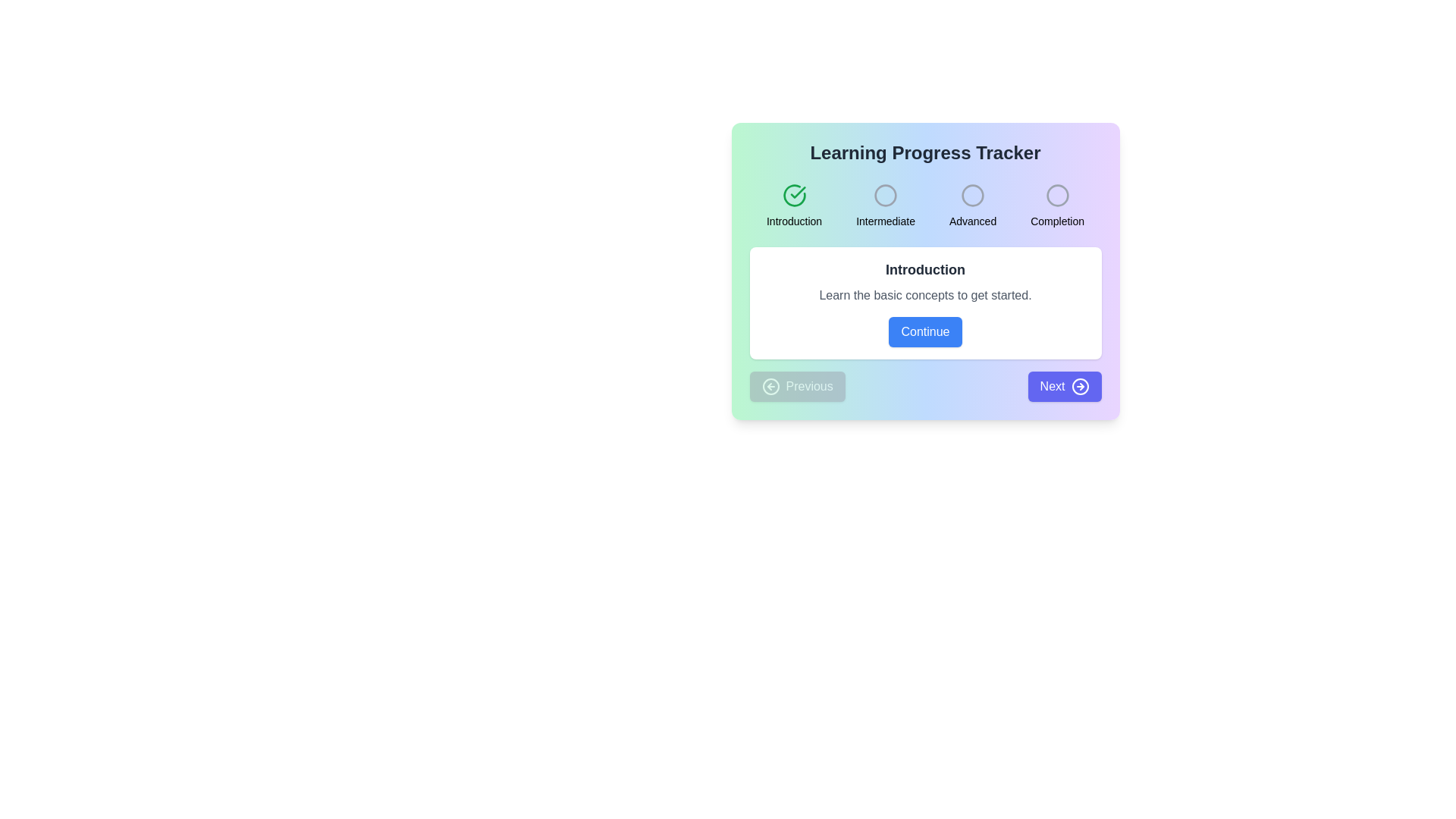 The width and height of the screenshot is (1456, 819). What do you see at coordinates (793, 221) in the screenshot?
I see `the text label that reads 'Introduction', which is styled with a greenish background and is located under the 'Learning Progress Tracker' title` at bounding box center [793, 221].